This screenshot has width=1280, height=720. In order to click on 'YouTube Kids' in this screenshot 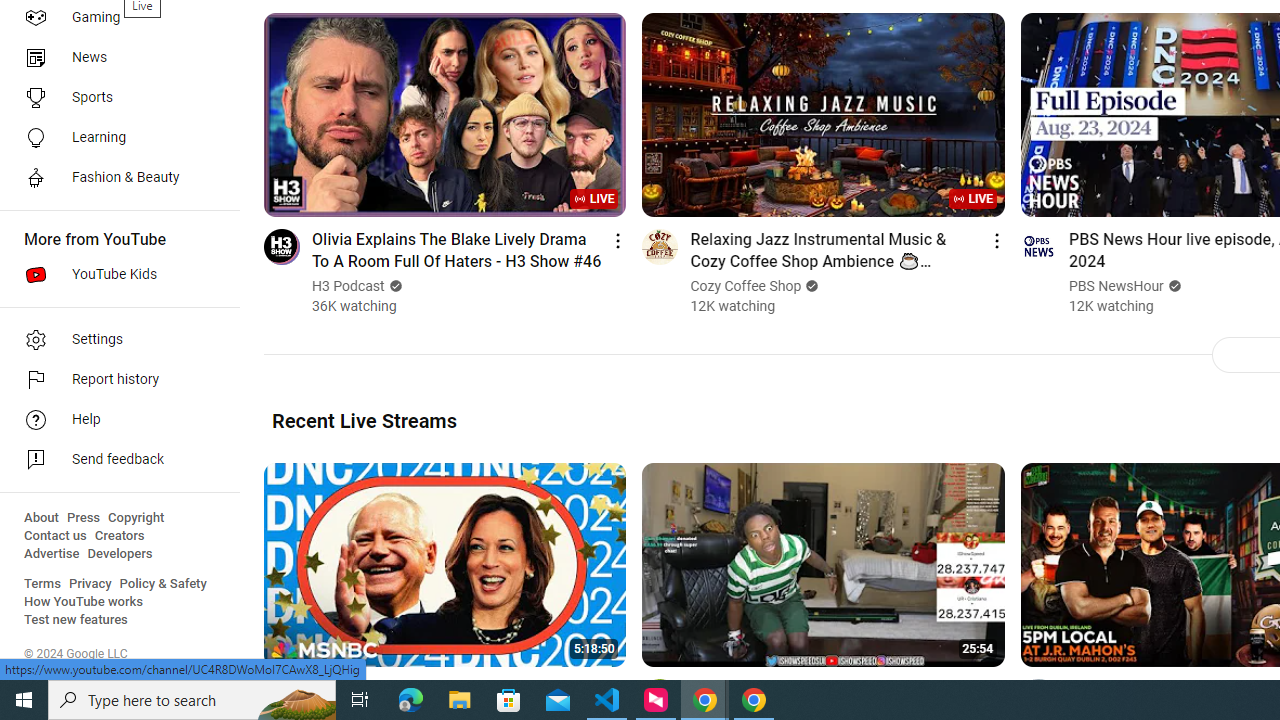, I will do `click(112, 275)`.